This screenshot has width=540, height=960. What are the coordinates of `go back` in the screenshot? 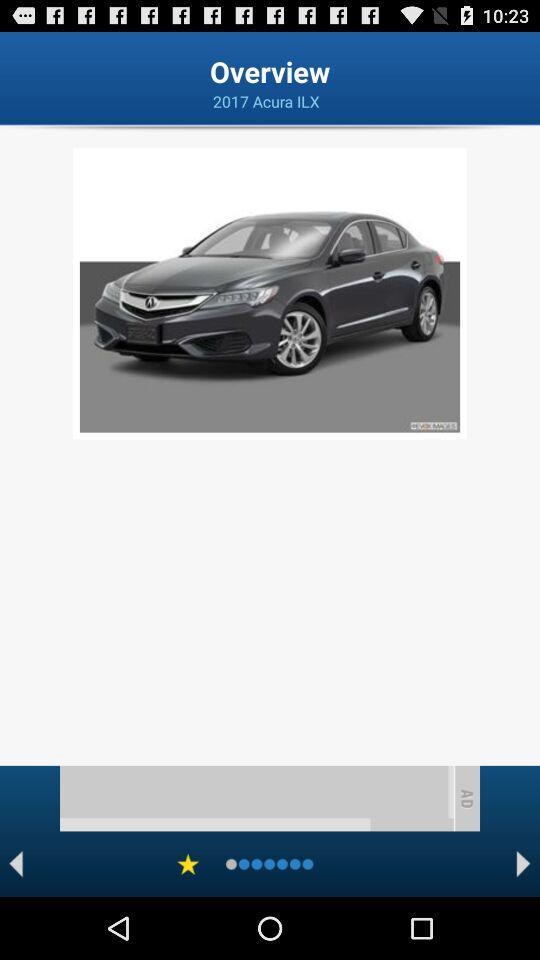 It's located at (15, 863).